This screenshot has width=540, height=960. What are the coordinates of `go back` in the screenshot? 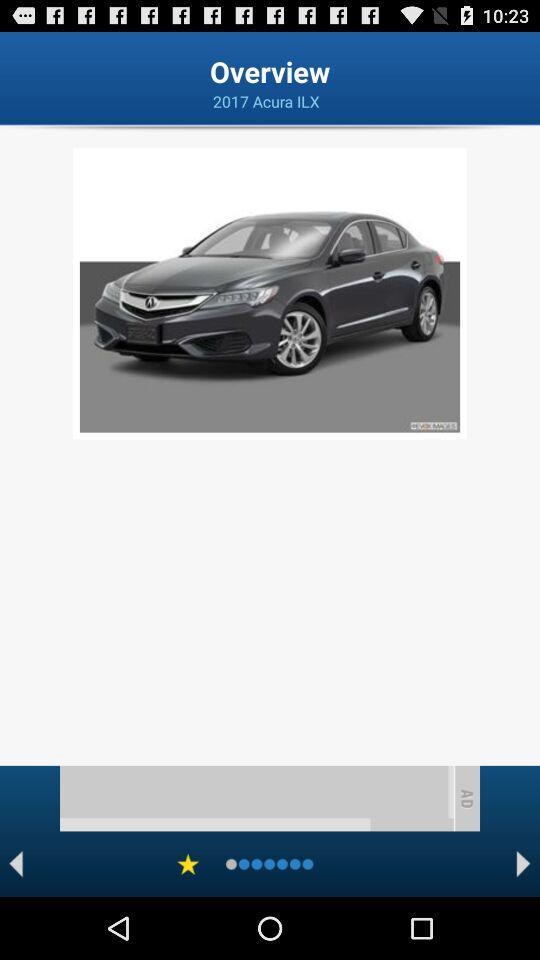 It's located at (15, 863).